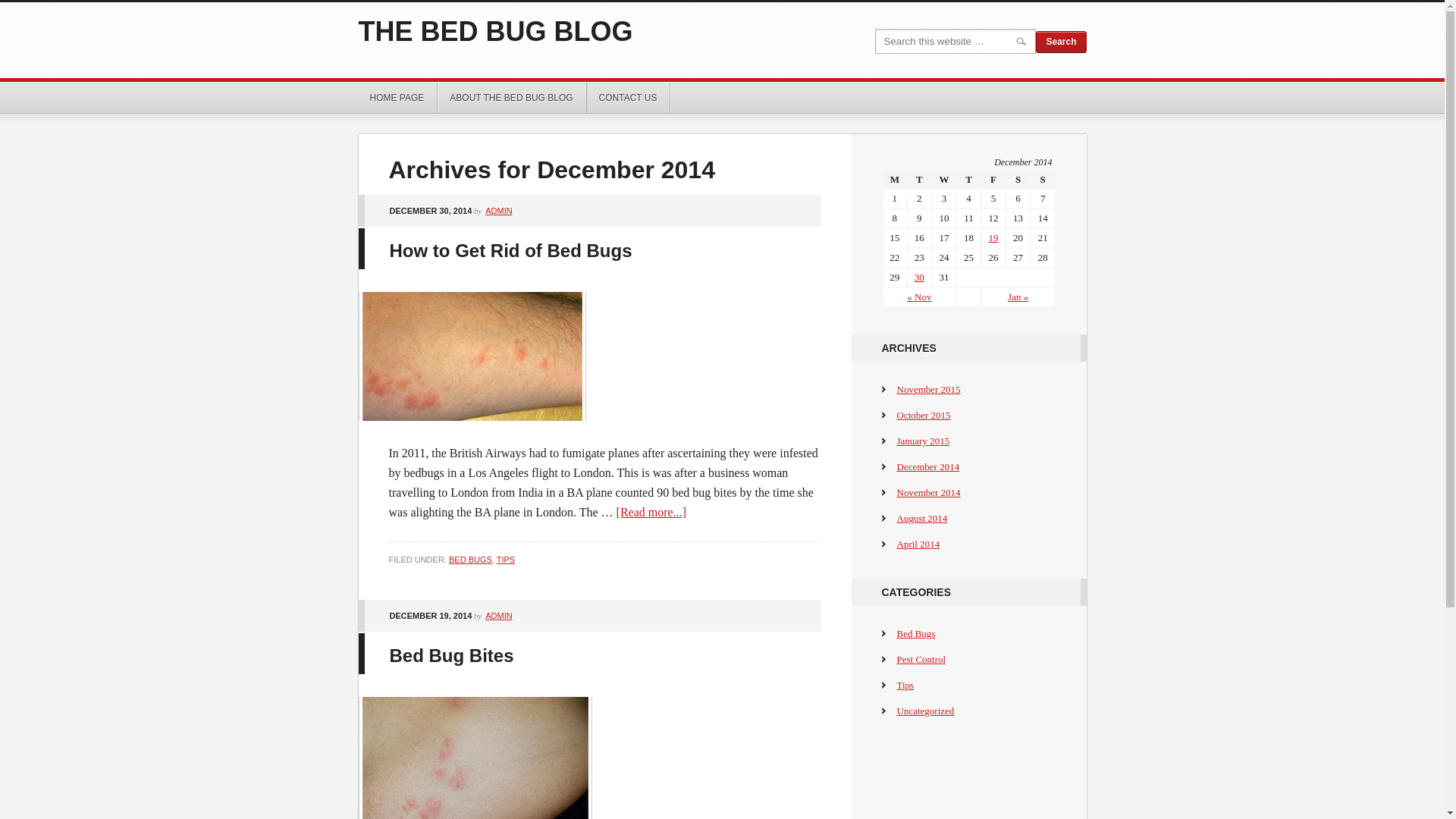 The width and height of the screenshot is (1456, 819). What do you see at coordinates (920, 658) in the screenshot?
I see `'Pest Control'` at bounding box center [920, 658].